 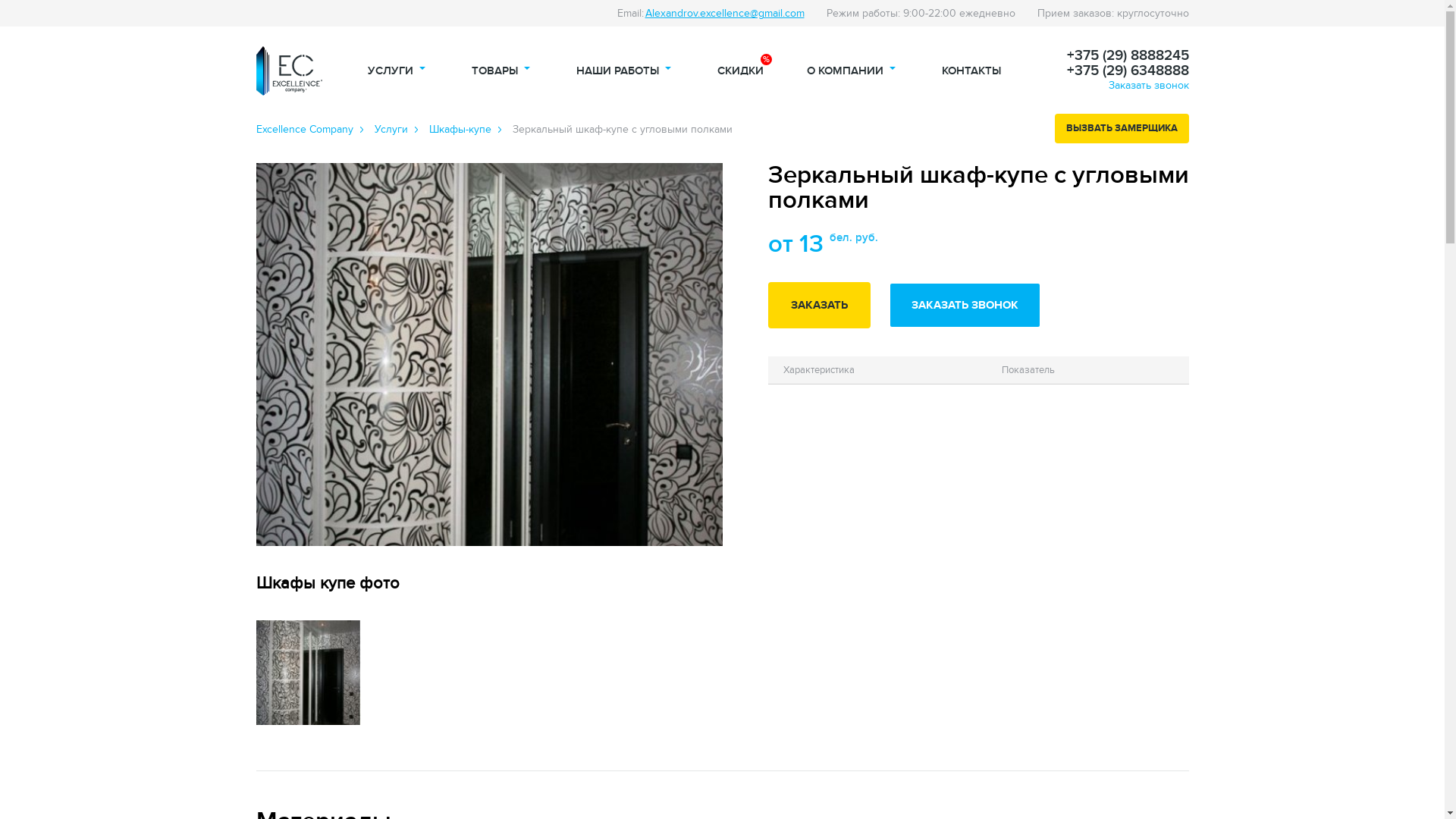 I want to click on 'Alexandrov.excellence@gmail.com', so click(x=723, y=13).